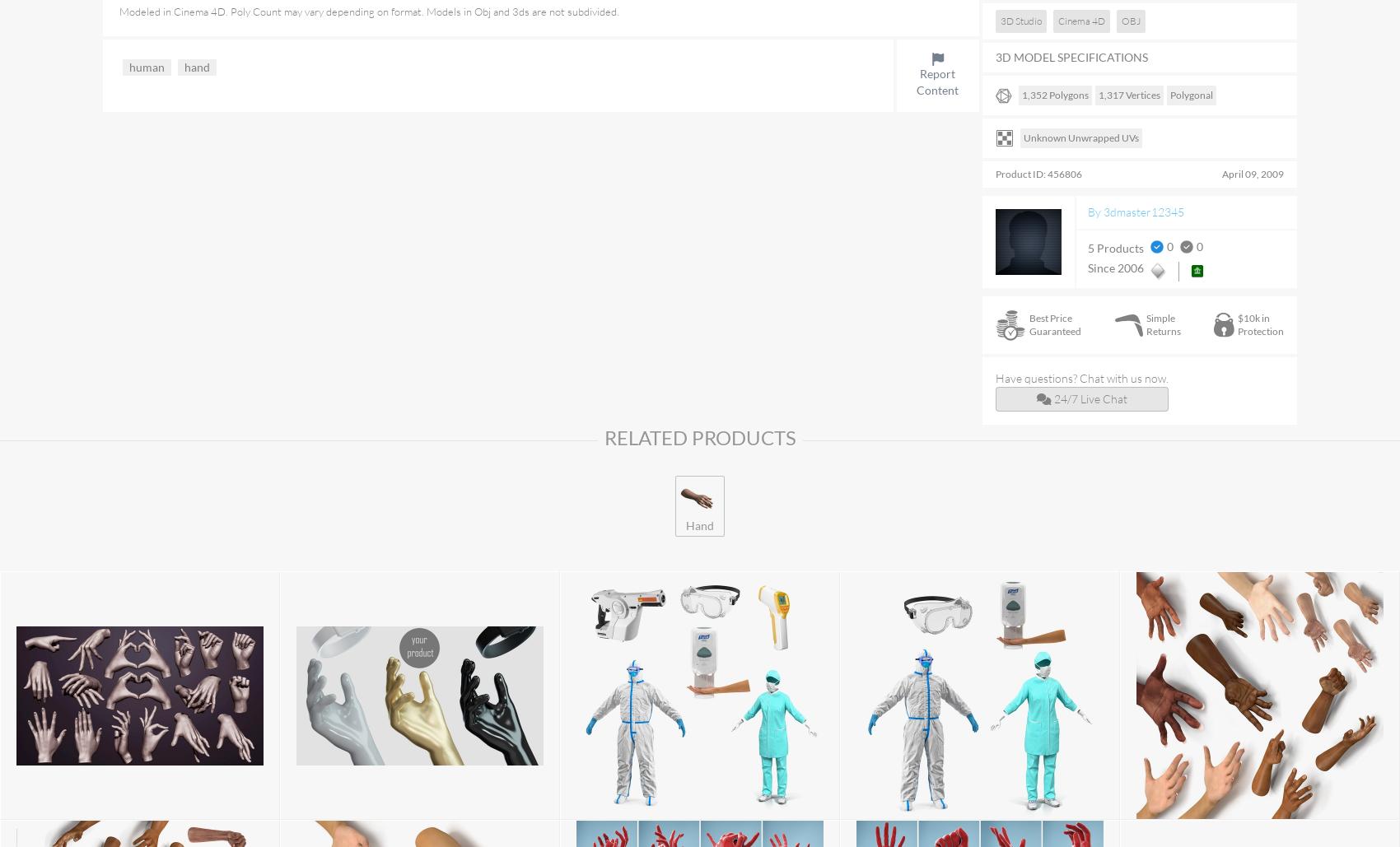  I want to click on 'Have questions? Chat with us now.', so click(995, 378).